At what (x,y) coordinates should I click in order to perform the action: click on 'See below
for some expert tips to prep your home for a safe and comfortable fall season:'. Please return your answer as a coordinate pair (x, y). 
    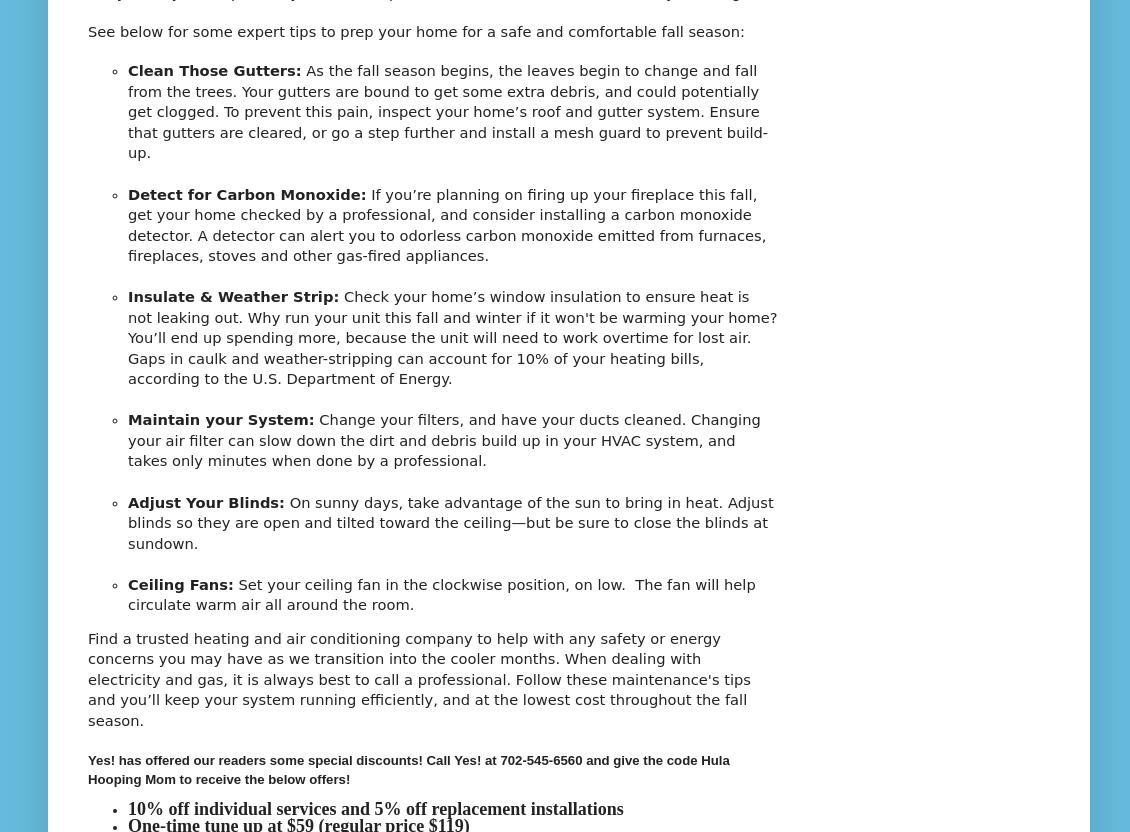
    Looking at the image, I should click on (415, 31).